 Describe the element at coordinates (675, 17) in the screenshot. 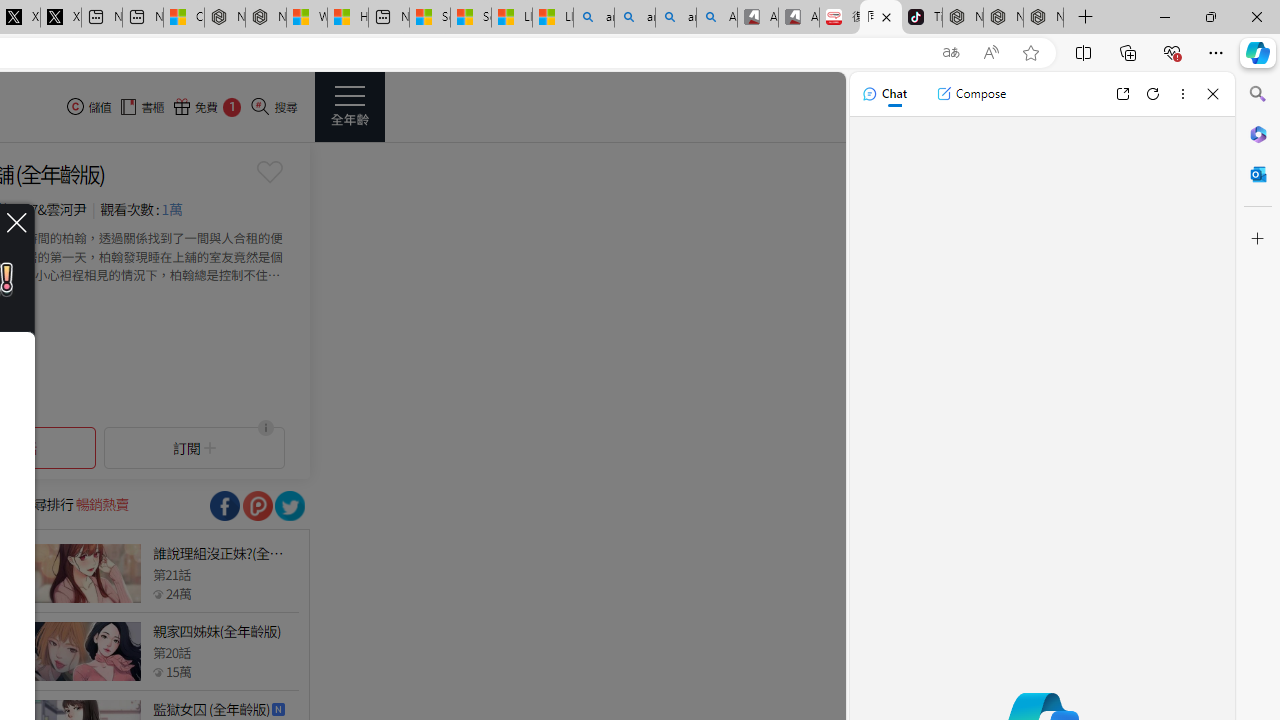

I see `'amazon - Search Images'` at that location.